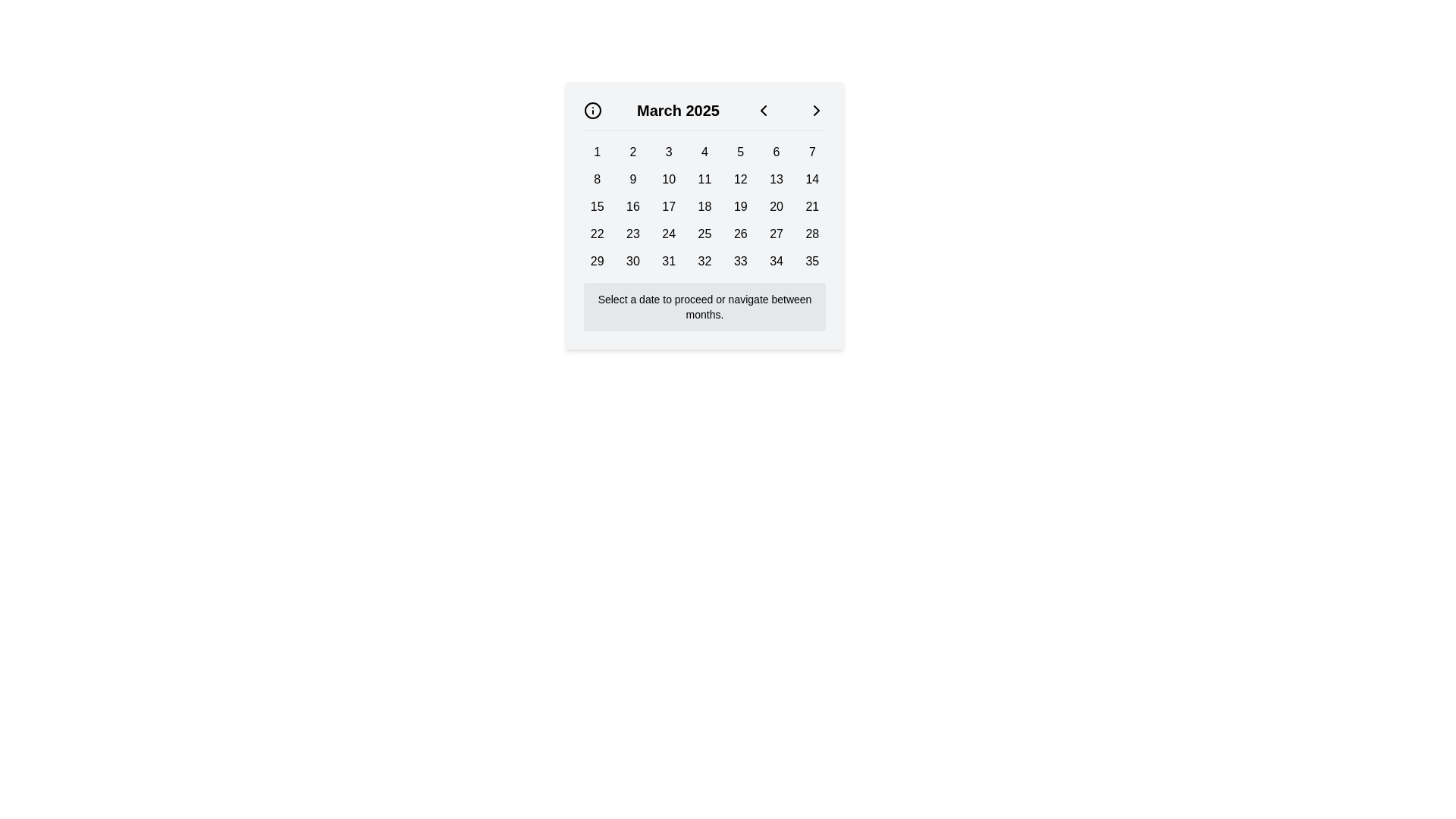  I want to click on the navigation button for the next month in the calendar, positioned at the far right of the horizontal bar next to 'March 2025', so click(815, 110).